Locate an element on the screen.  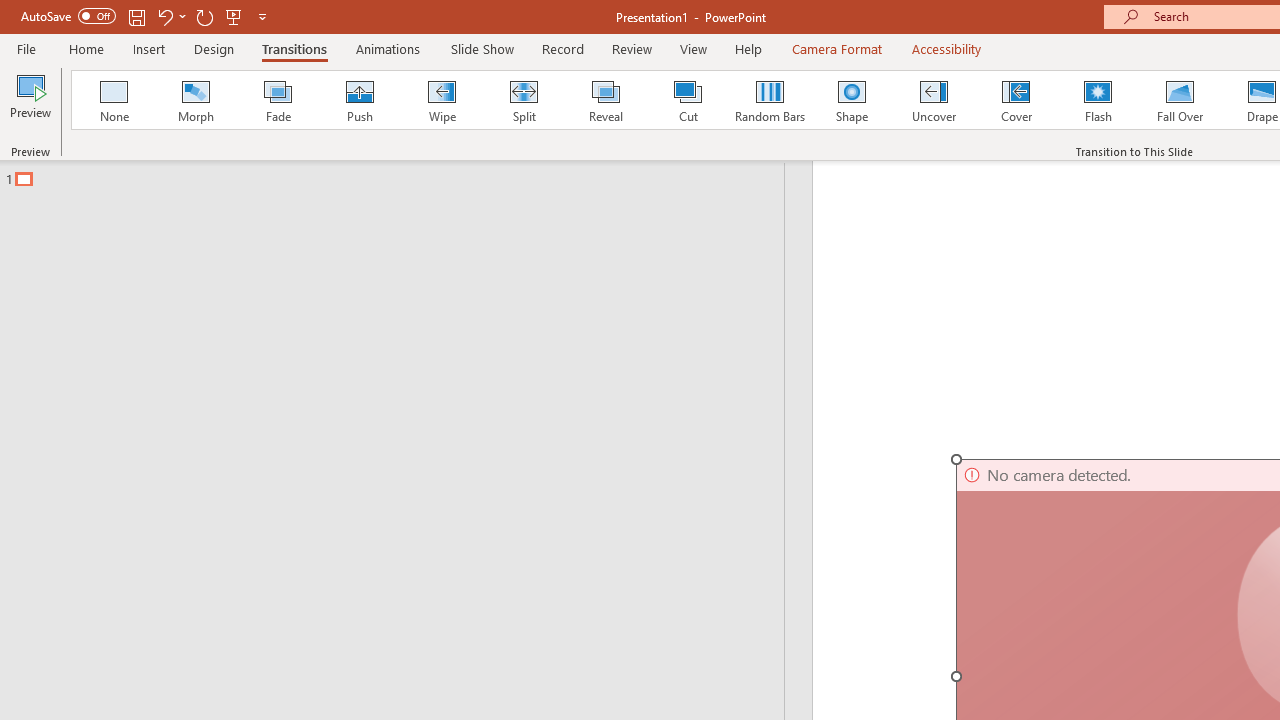
'None' is located at coordinates (112, 100).